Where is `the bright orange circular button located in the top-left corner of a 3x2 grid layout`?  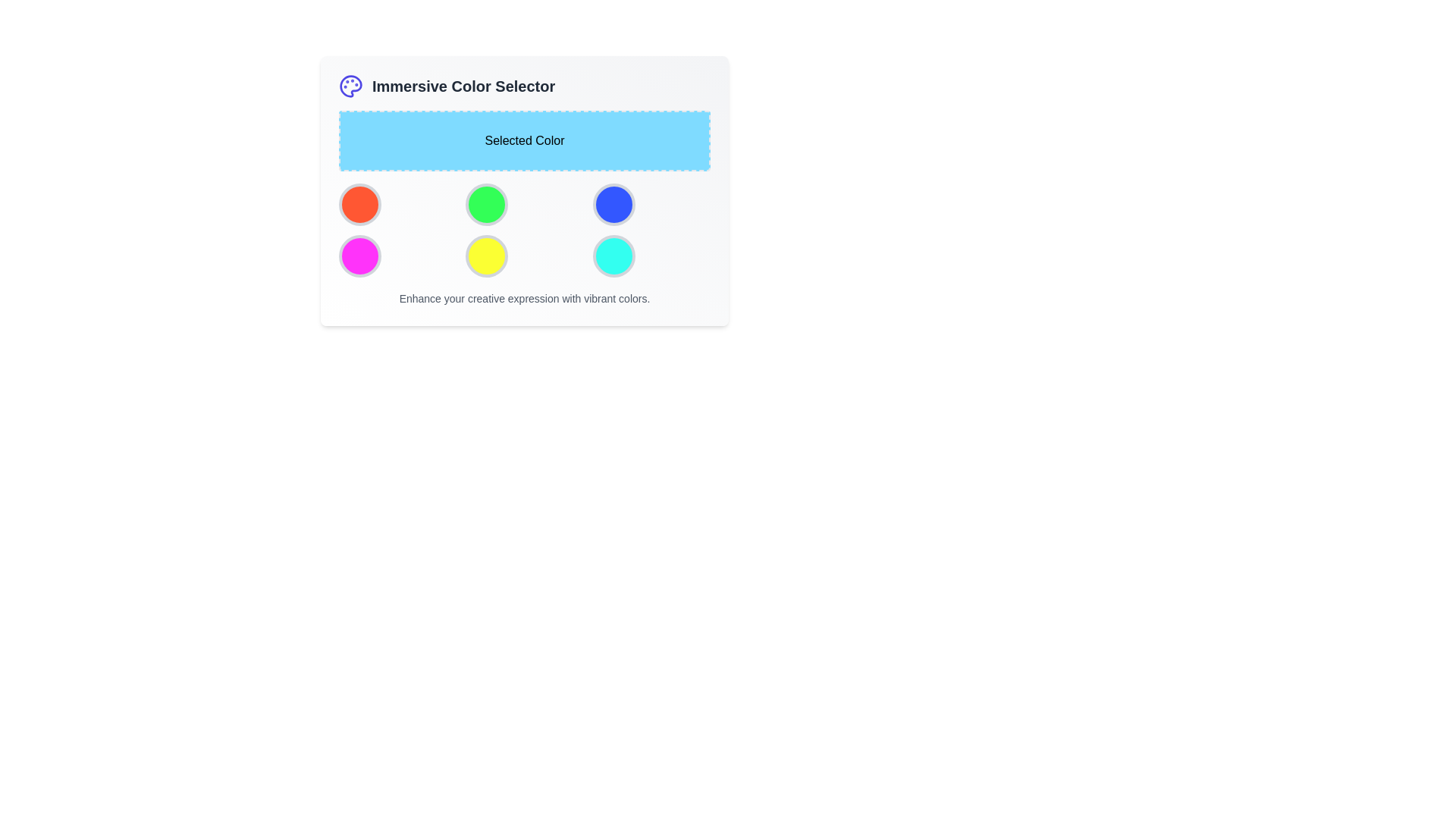 the bright orange circular button located in the top-left corner of a 3x2 grid layout is located at coordinates (359, 205).